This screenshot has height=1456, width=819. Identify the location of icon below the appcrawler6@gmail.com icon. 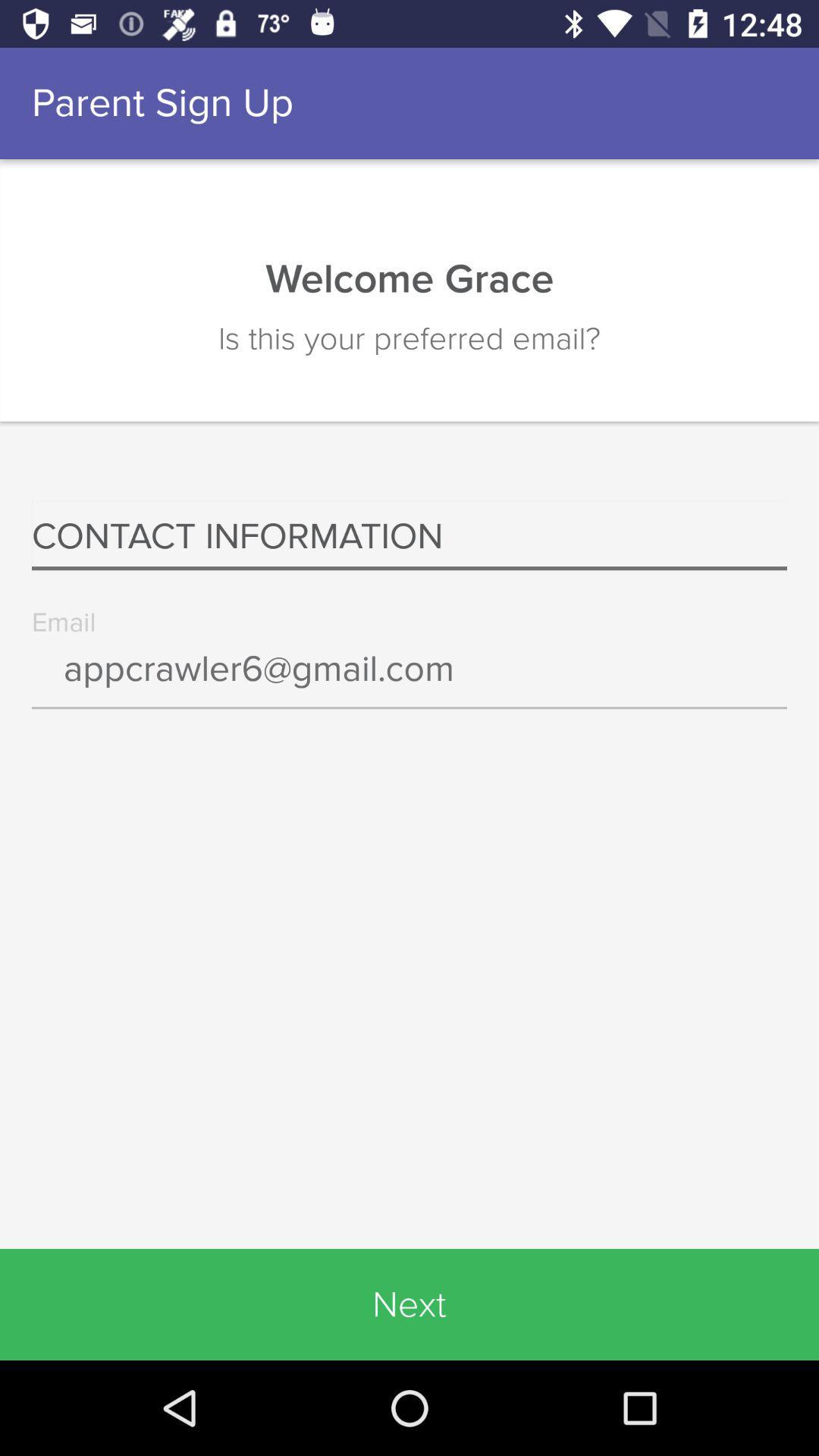
(409, 1304).